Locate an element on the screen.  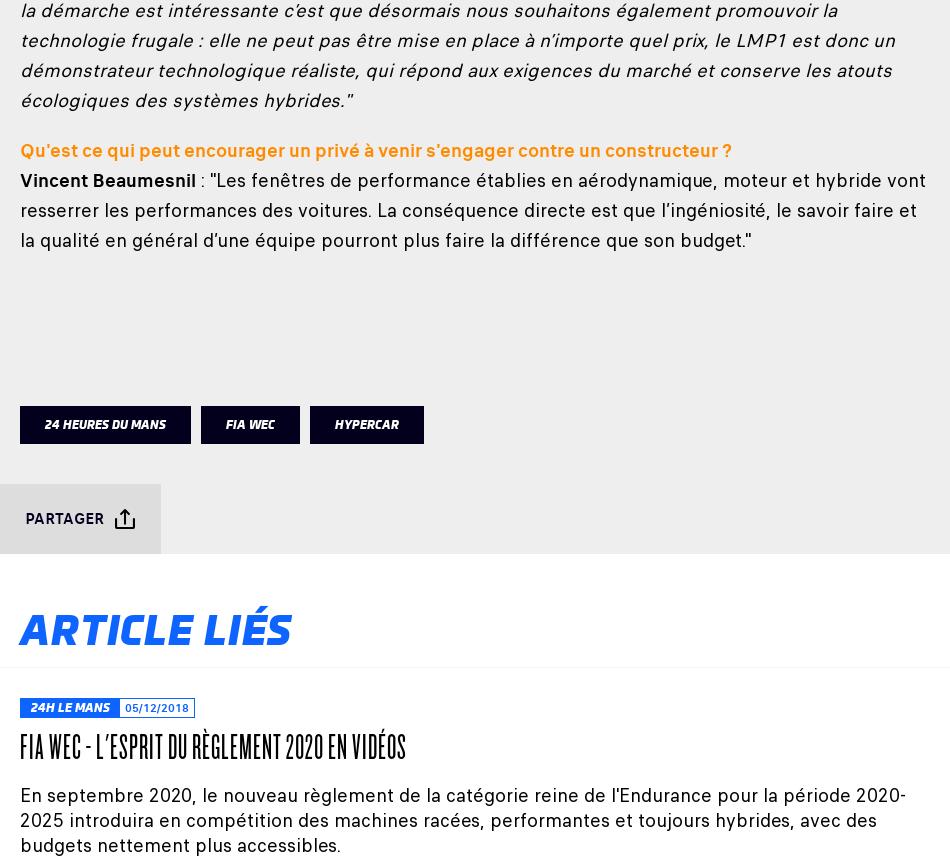
'Article liés' is located at coordinates (20, 629).